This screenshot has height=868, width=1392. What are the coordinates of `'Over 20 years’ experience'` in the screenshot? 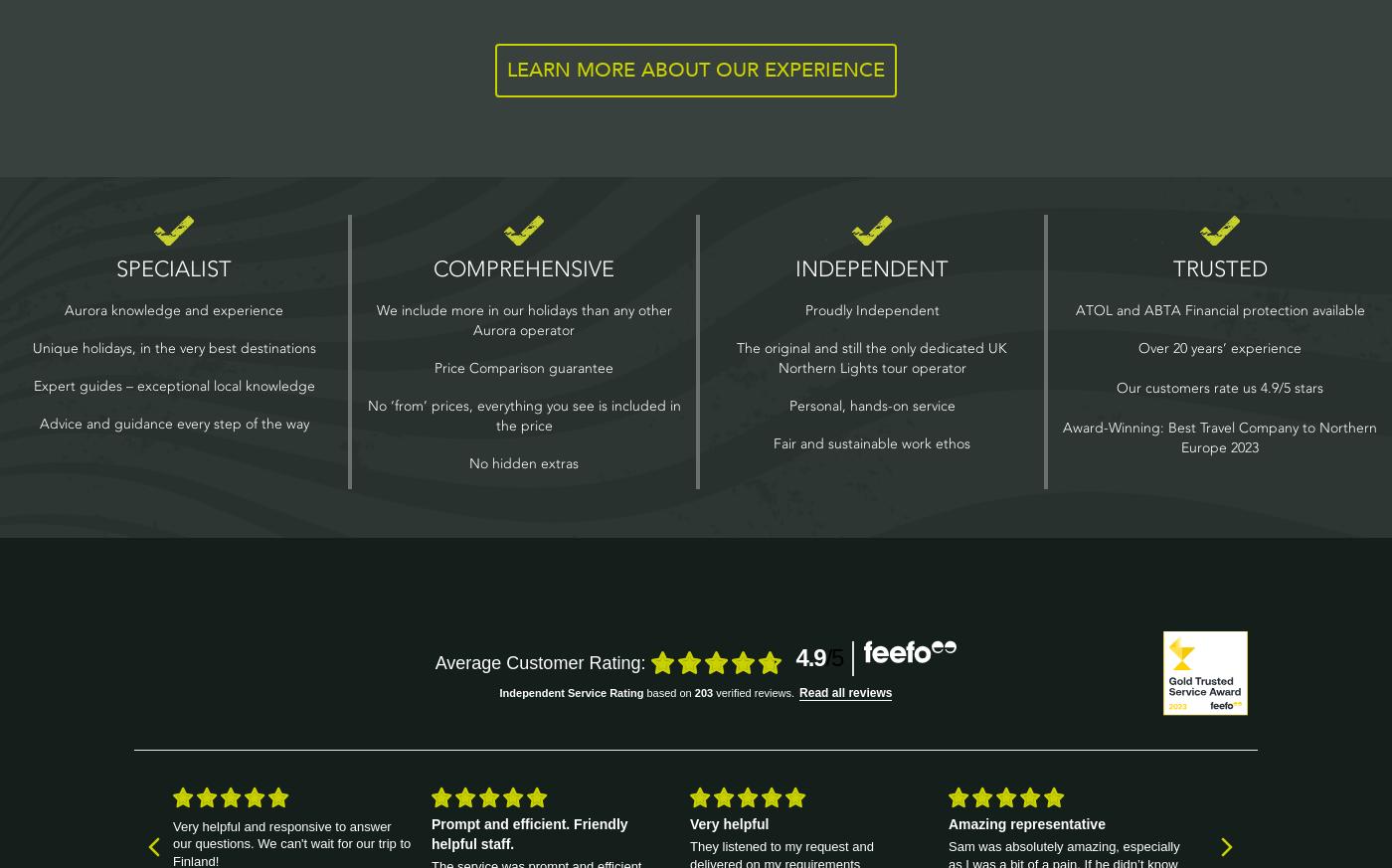 It's located at (1219, 347).